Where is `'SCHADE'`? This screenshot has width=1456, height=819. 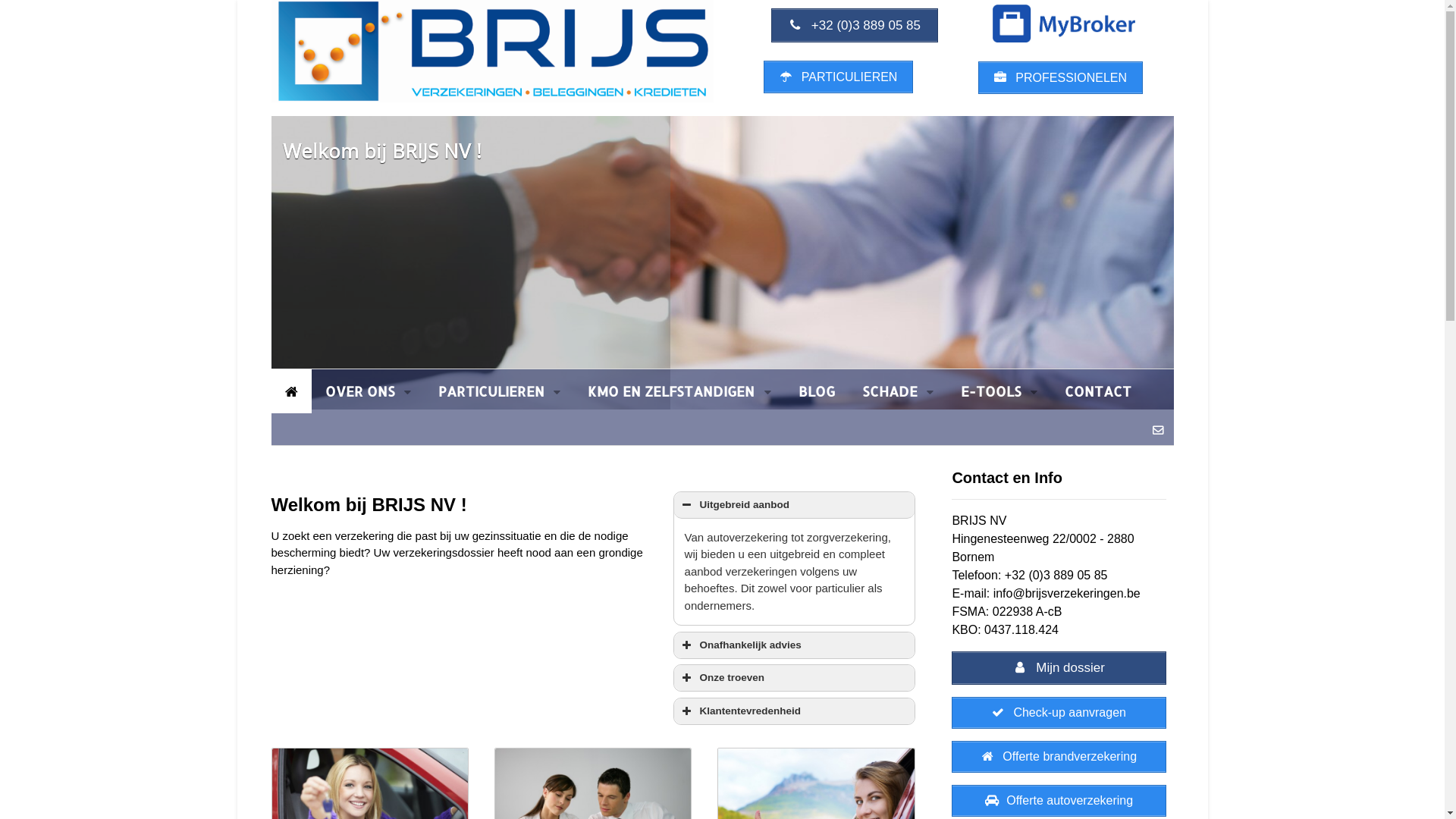
'SCHADE' is located at coordinates (898, 391).